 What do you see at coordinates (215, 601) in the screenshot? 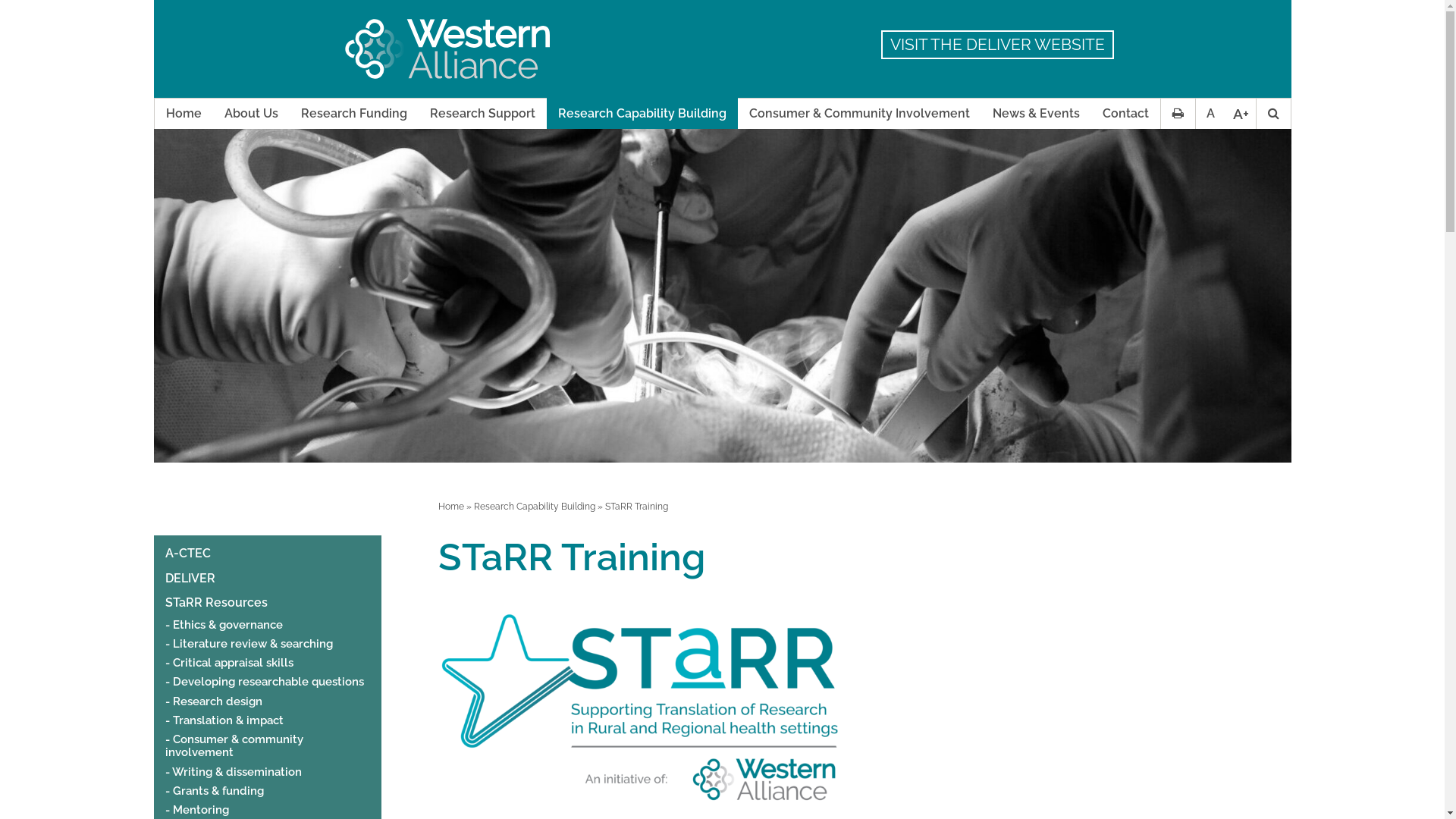
I see `'STaRR Resources'` at bounding box center [215, 601].